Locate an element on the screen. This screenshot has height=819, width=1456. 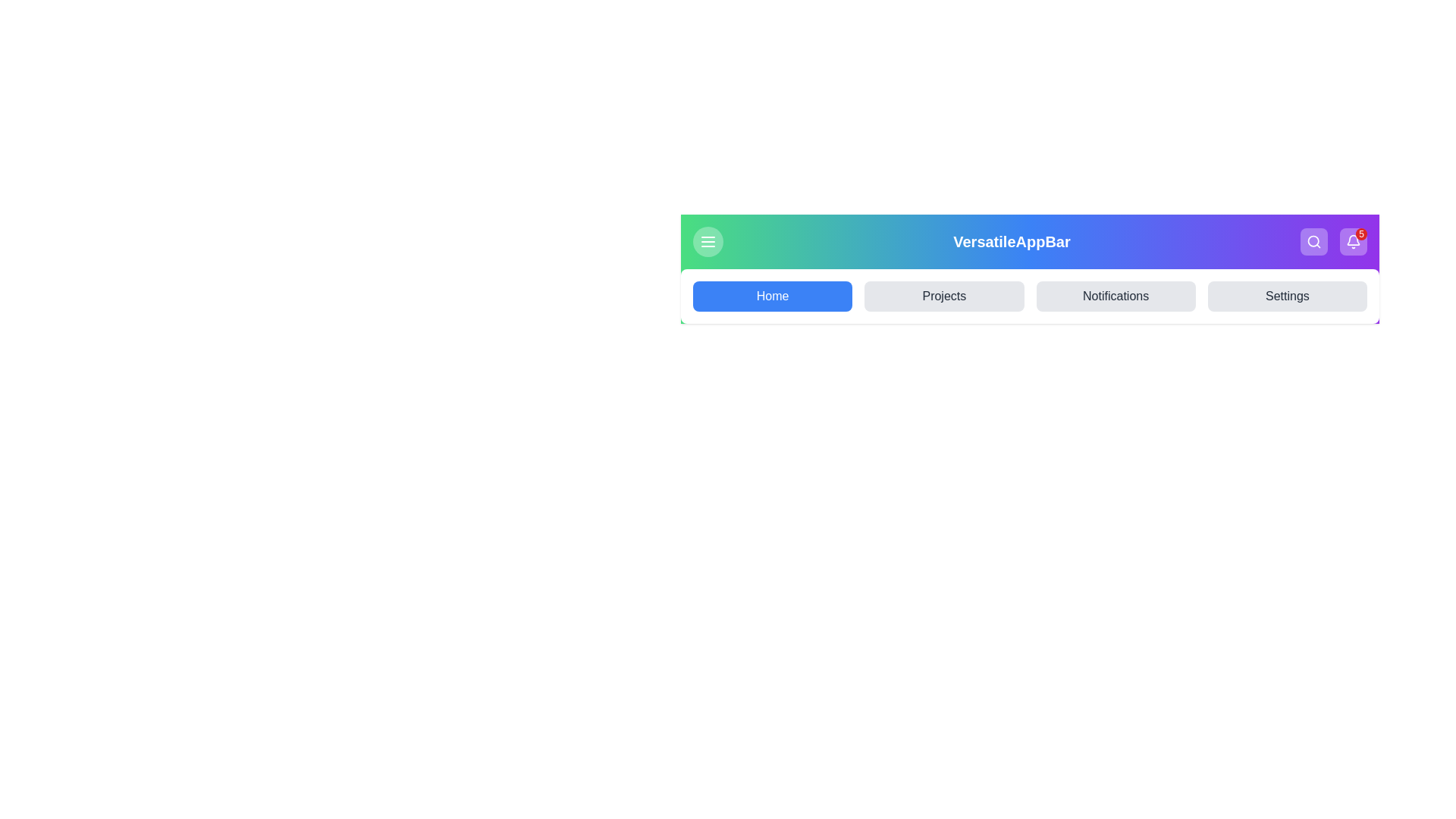
the notification bell icon to view notifications is located at coordinates (1354, 241).